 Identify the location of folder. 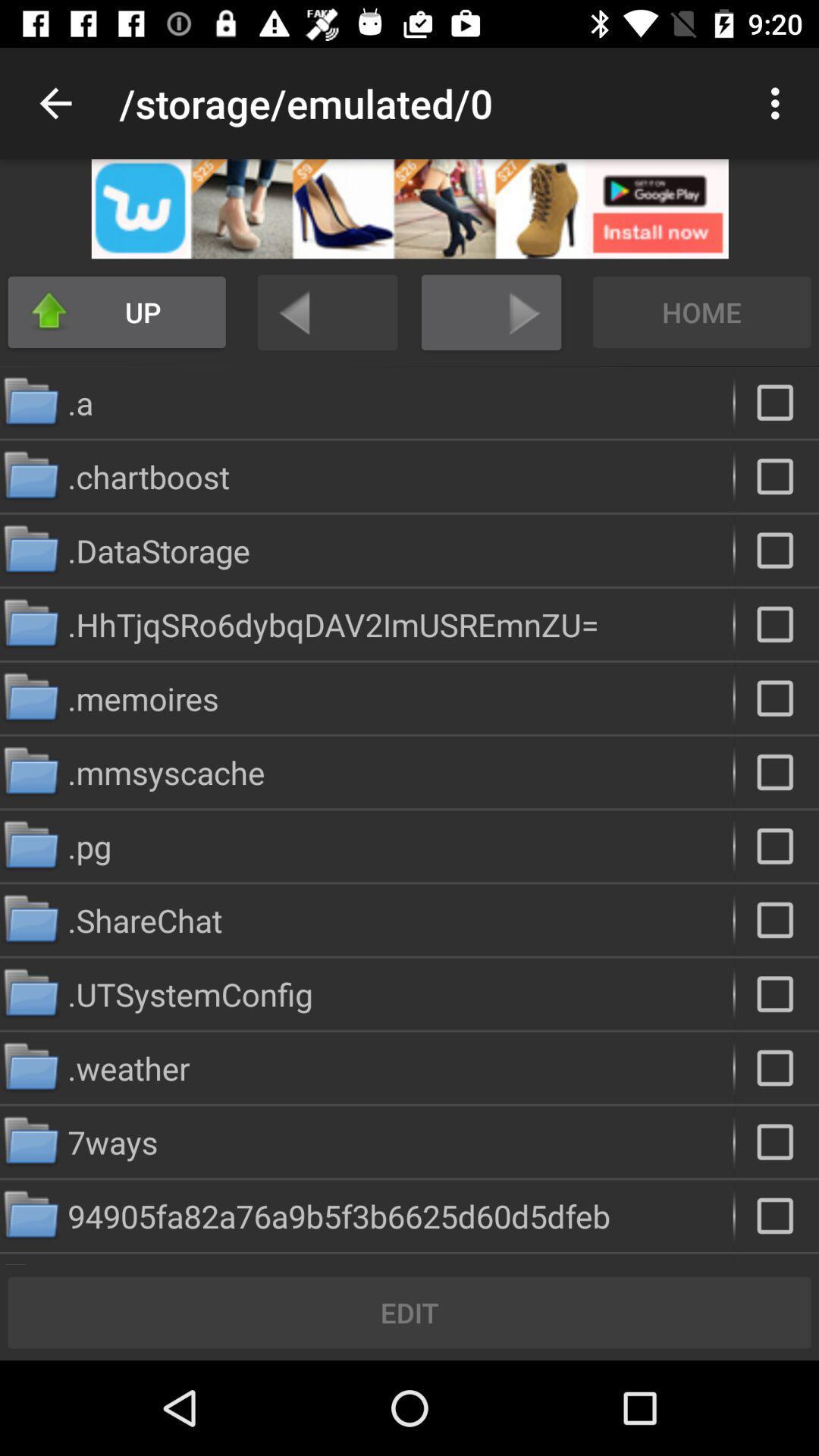
(777, 624).